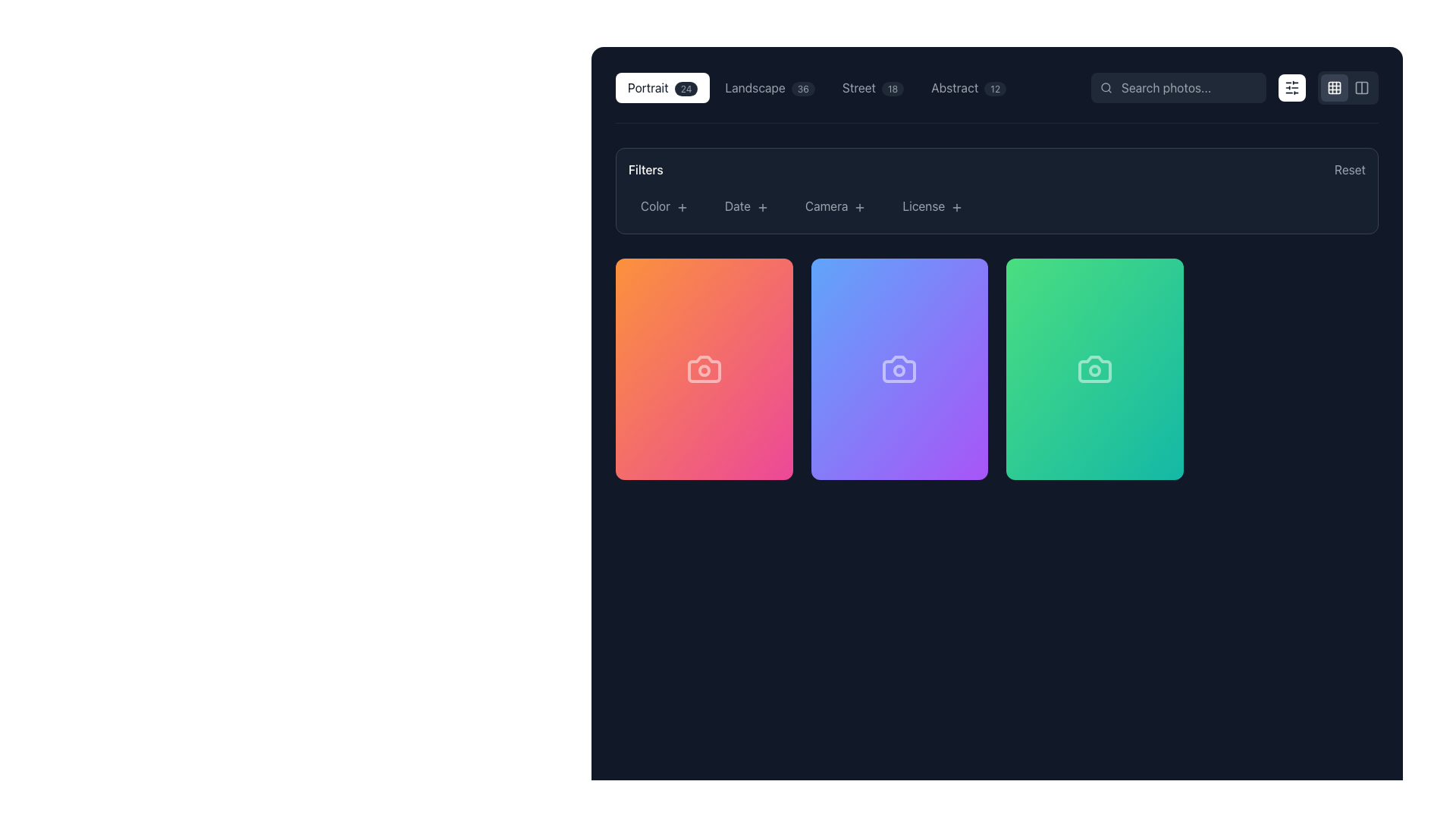  Describe the element at coordinates (893, 89) in the screenshot. I see `the small pill-shaped label or badge with a dark gray background and light gray text reading '18', located to the right of the word 'Street' in the horizontal toolbar at the top of the interface` at that location.